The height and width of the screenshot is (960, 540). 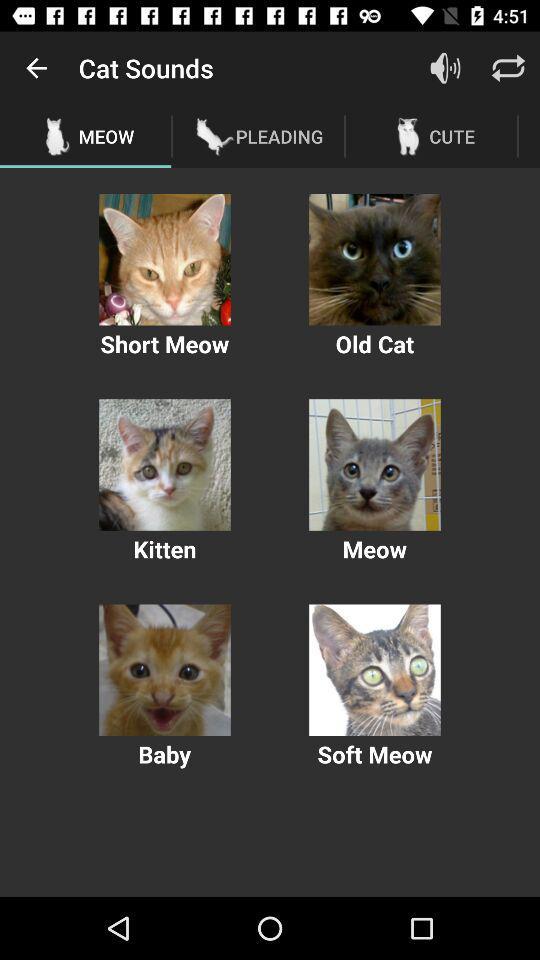 I want to click on selects the meow sound, so click(x=374, y=465).